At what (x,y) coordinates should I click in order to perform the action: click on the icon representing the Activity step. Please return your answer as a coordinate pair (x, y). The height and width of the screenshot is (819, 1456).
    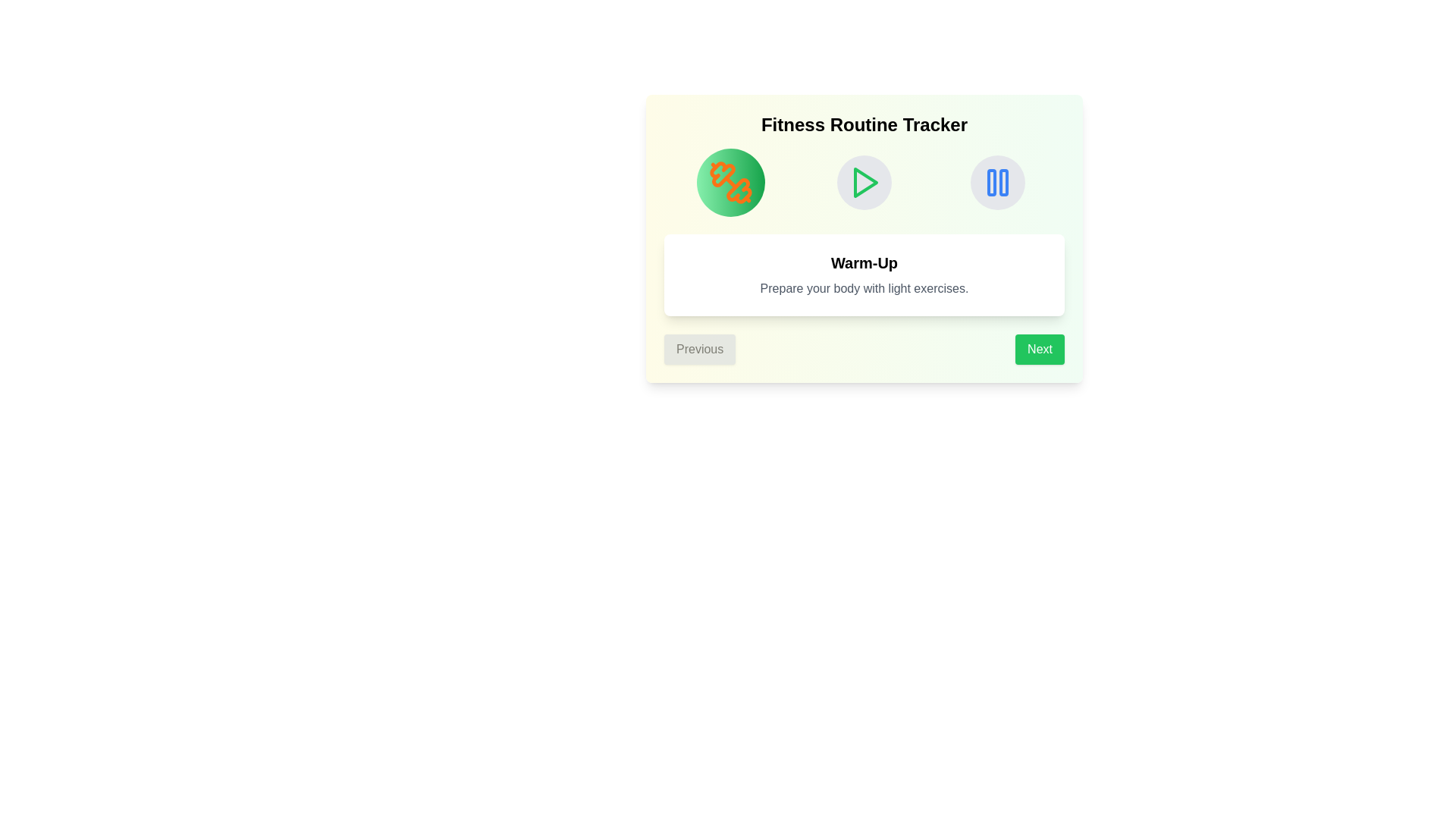
    Looking at the image, I should click on (864, 181).